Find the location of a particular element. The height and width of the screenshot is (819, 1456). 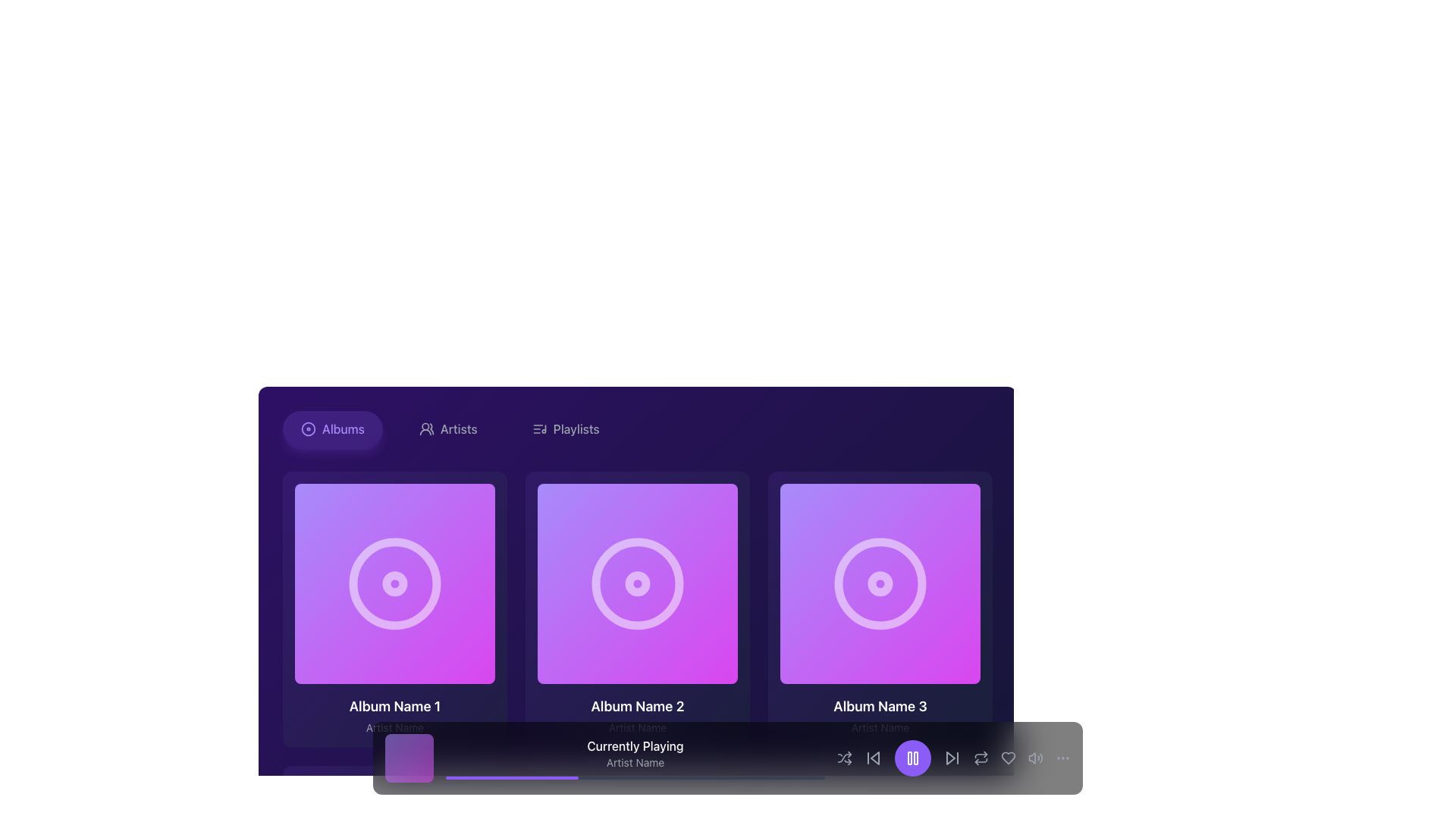

the 'Albums' button, which features a circular disc icon and is styled in violet, located at the leftmost position of the navigation bar is located at coordinates (331, 429).